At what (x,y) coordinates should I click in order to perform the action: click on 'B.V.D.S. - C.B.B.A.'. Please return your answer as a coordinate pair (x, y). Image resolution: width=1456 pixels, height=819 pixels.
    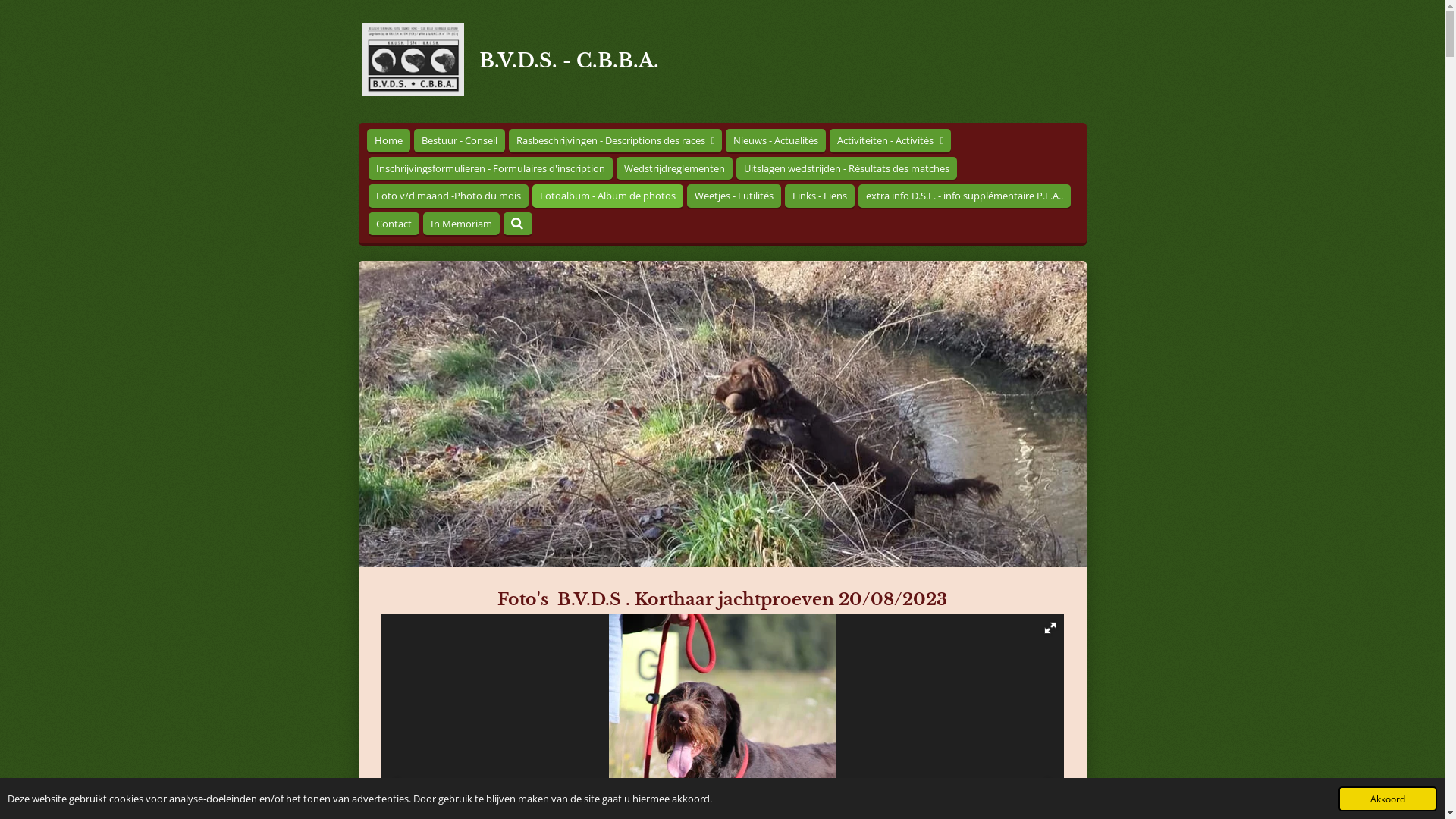
    Looking at the image, I should click on (362, 58).